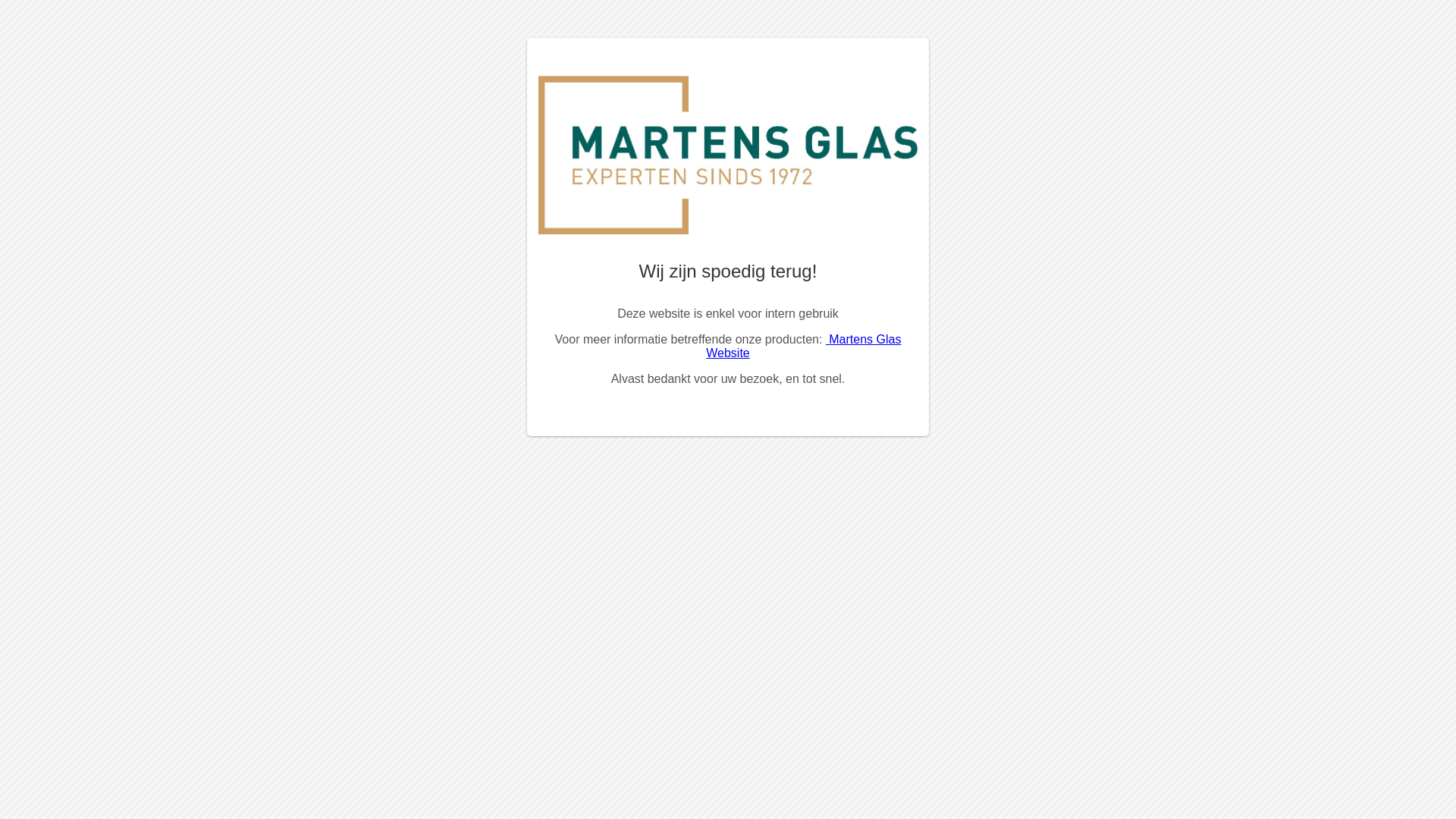  Describe the element at coordinates (802, 346) in the screenshot. I see `' Martens Glas Website'` at that location.